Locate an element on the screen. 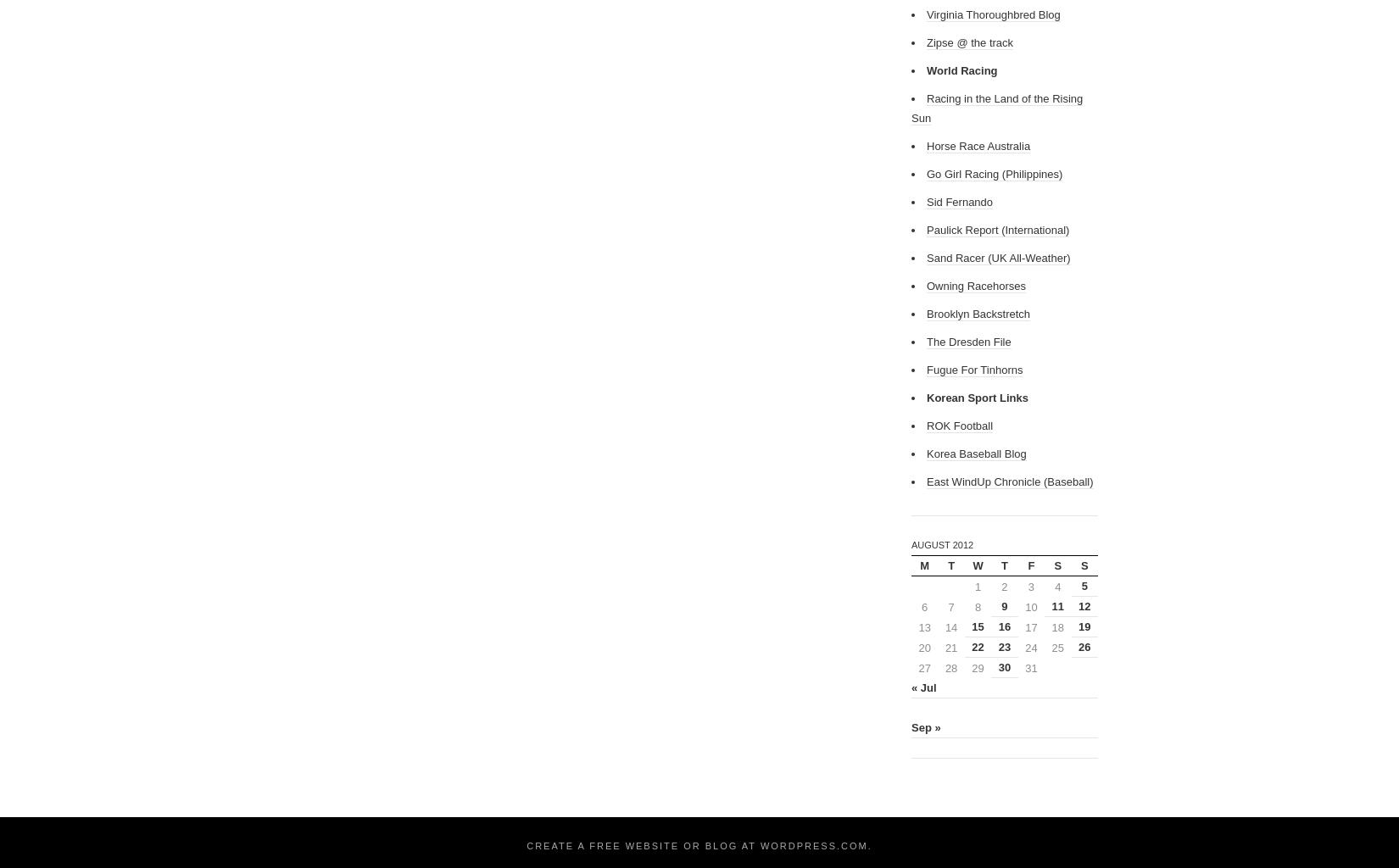 The height and width of the screenshot is (868, 1399). 'Fugue For Tinhorns' is located at coordinates (974, 370).